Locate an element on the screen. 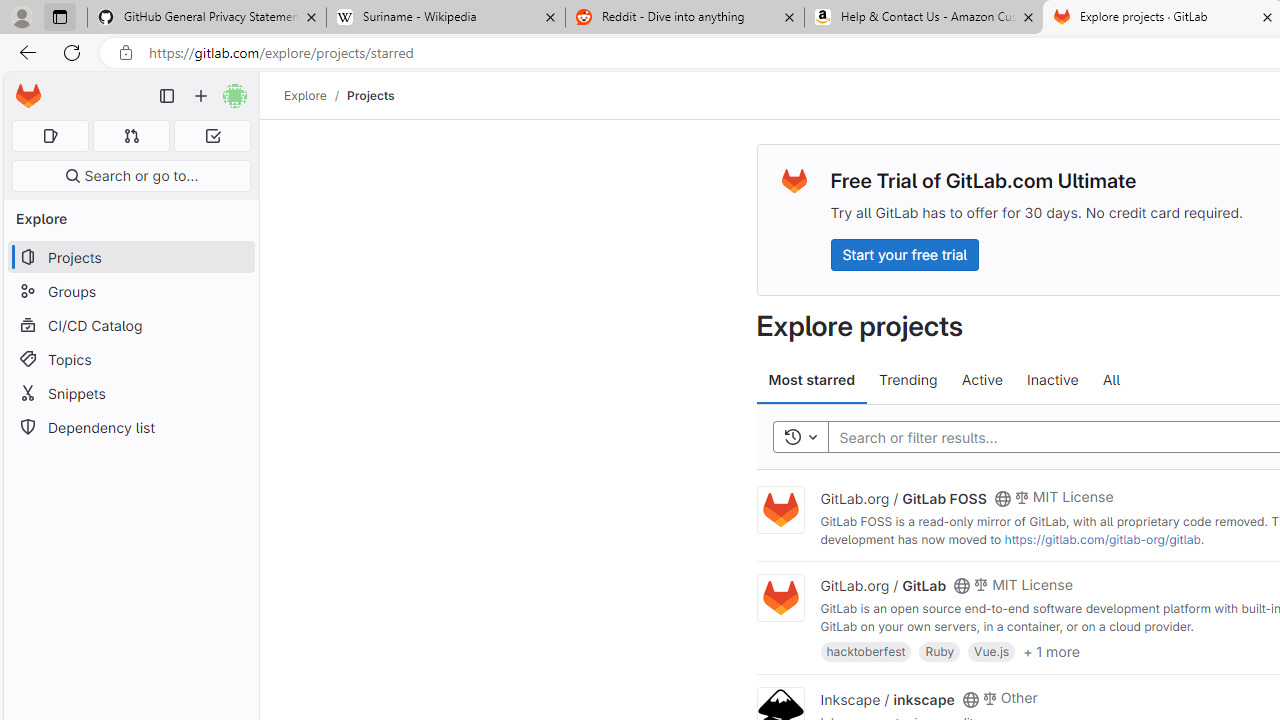 The width and height of the screenshot is (1280, 720). 'GitLab.org / GitLab' is located at coordinates (882, 585).